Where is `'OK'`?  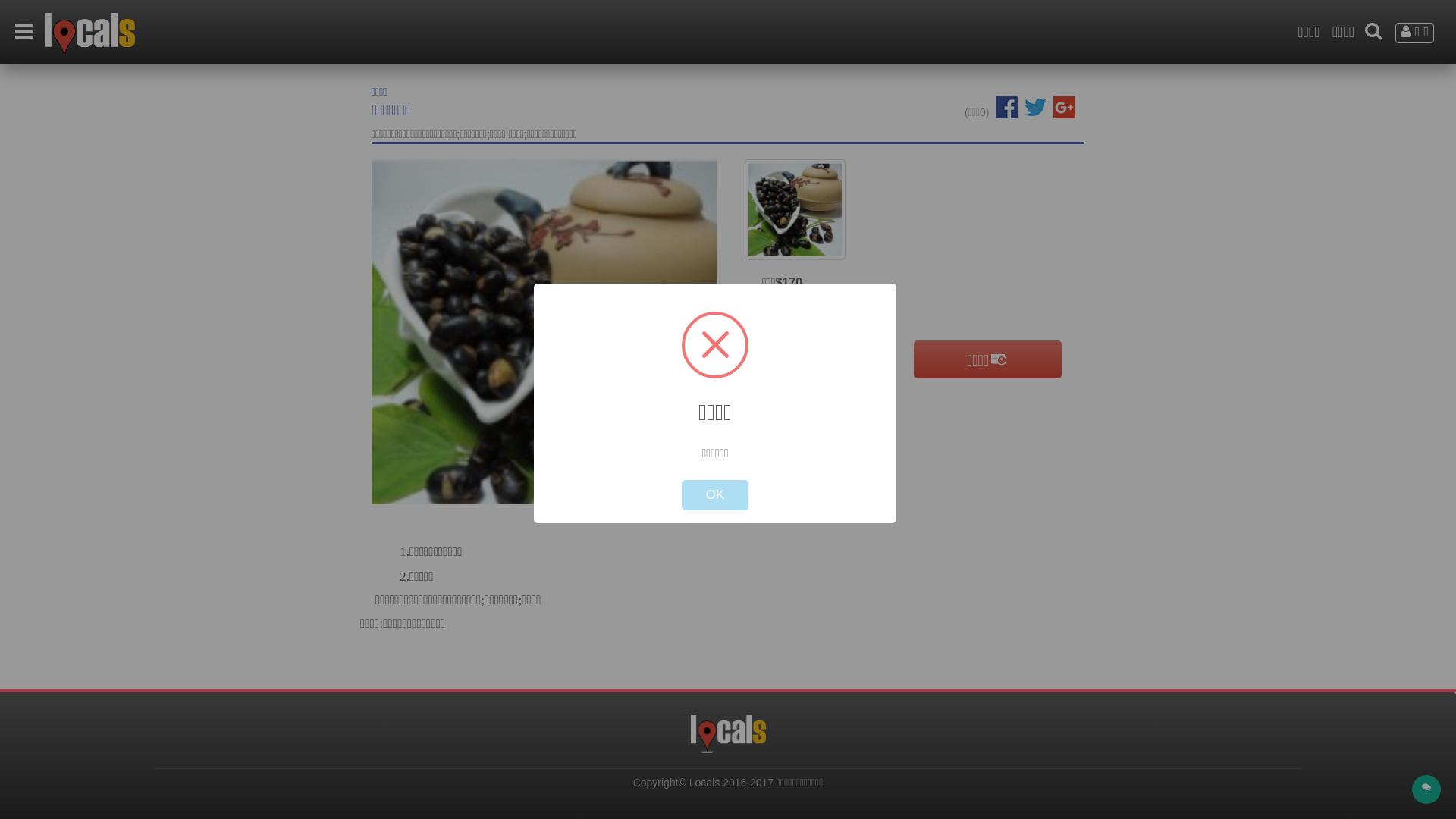 'OK' is located at coordinates (680, 494).